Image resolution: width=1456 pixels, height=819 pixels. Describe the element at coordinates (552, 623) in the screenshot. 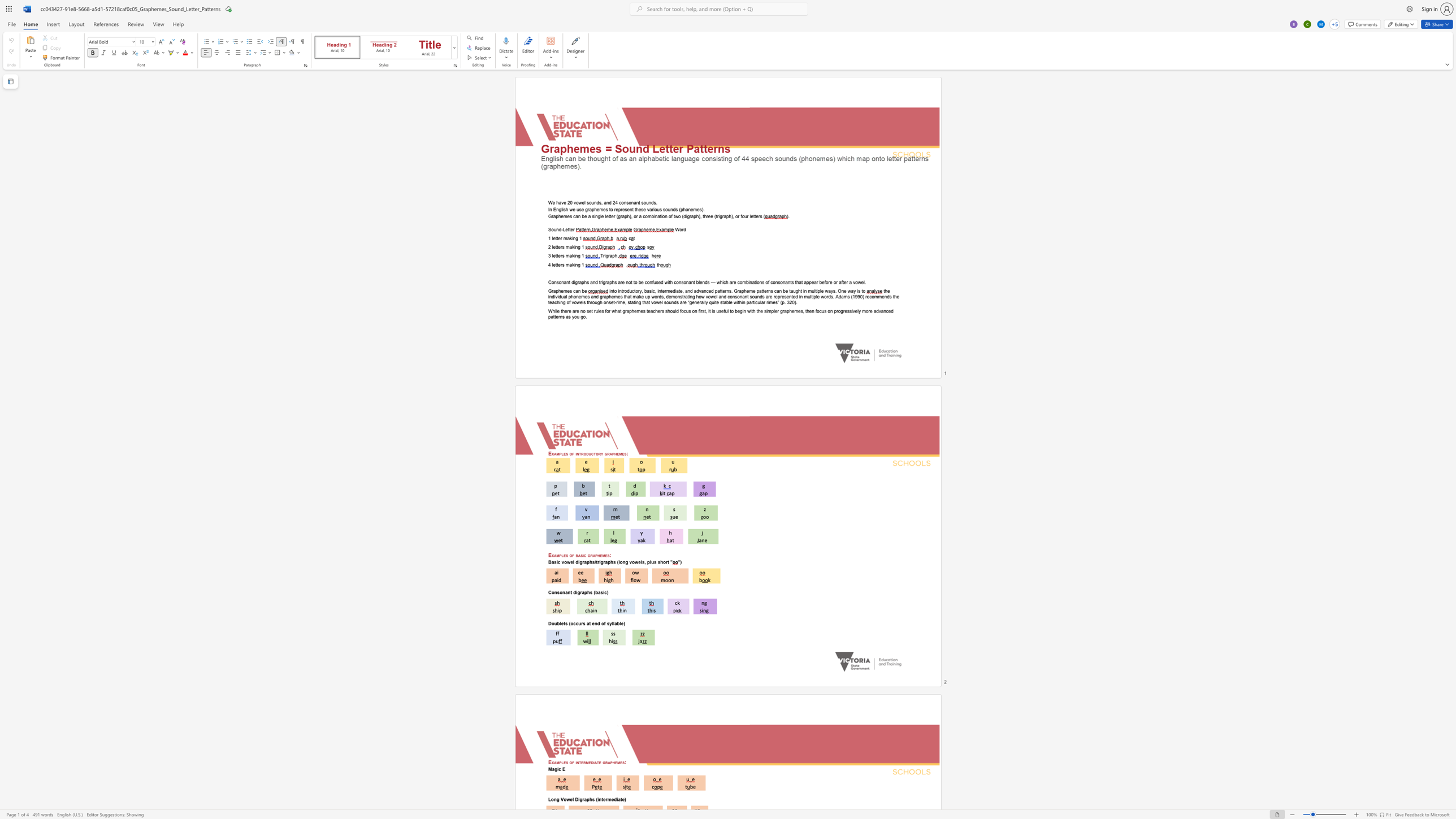

I see `the 1th character "o" in the text` at that location.